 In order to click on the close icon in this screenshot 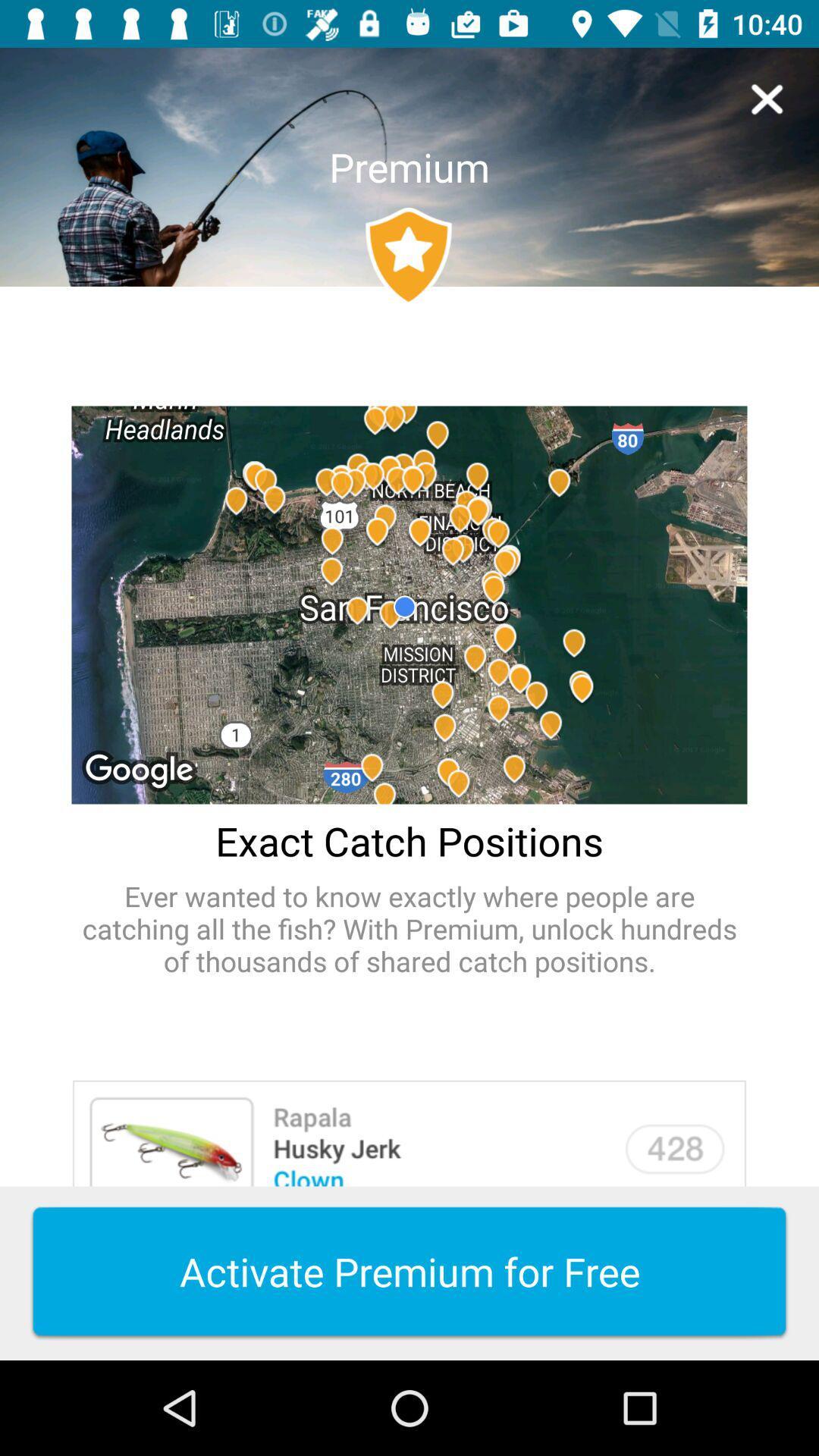, I will do `click(767, 99)`.